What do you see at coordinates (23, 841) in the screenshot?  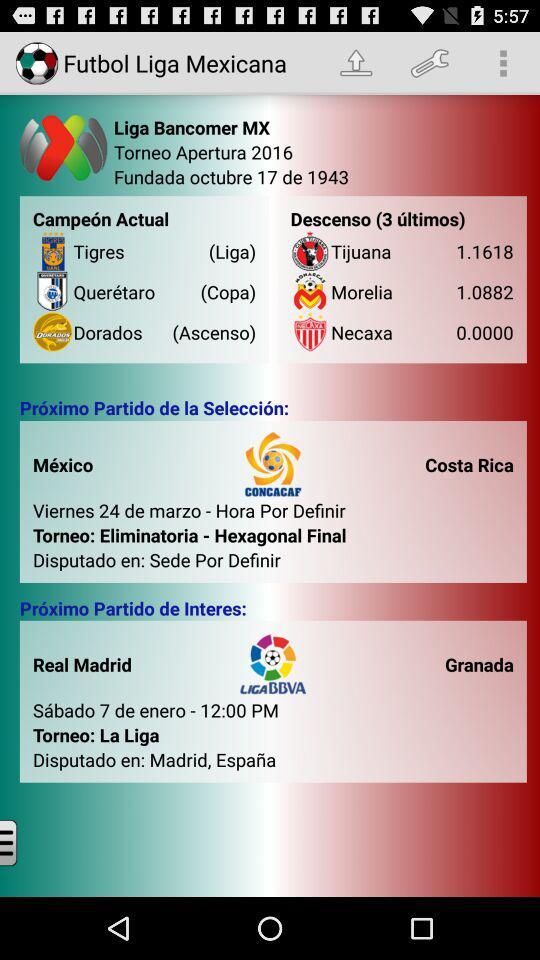 I see `menu` at bounding box center [23, 841].